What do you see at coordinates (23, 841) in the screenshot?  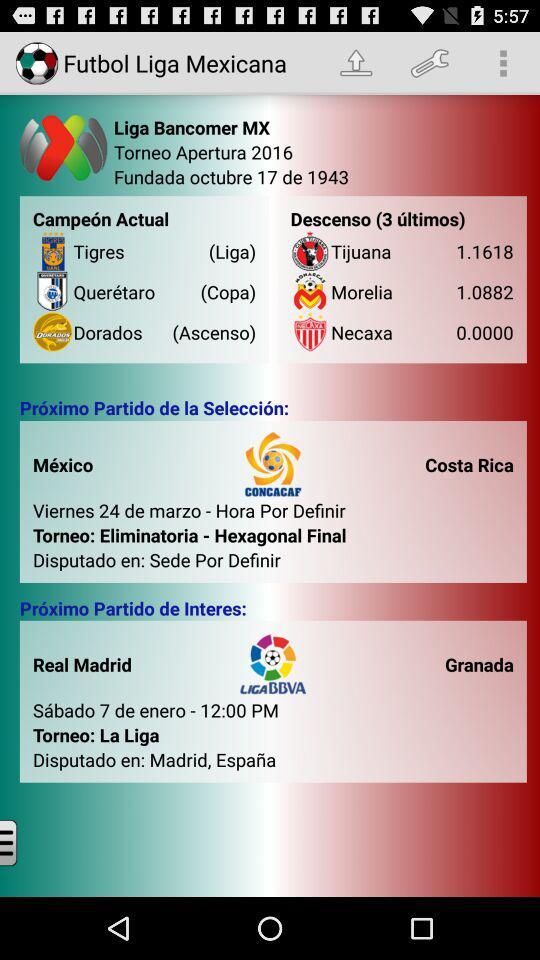 I see `menu` at bounding box center [23, 841].